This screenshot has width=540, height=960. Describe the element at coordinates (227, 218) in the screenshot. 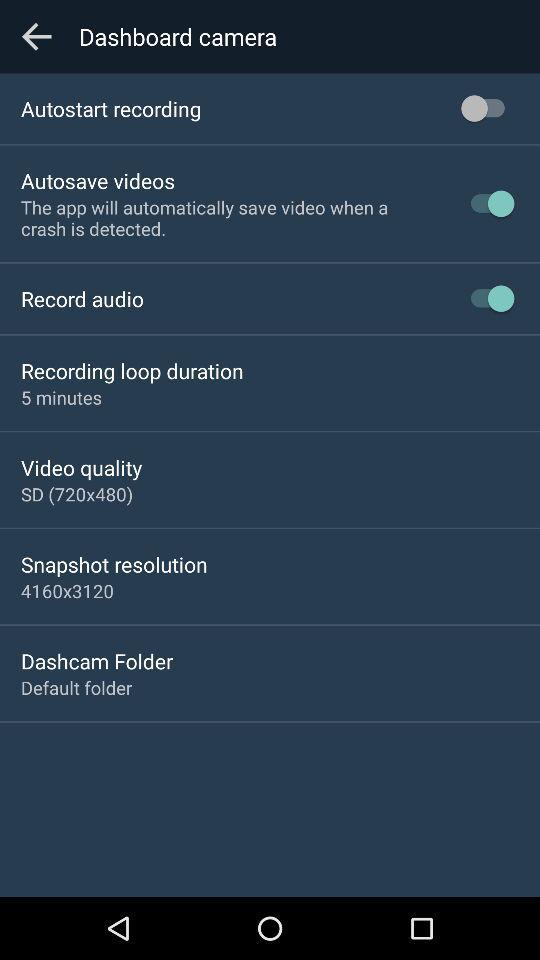

I see `the app will at the top` at that location.